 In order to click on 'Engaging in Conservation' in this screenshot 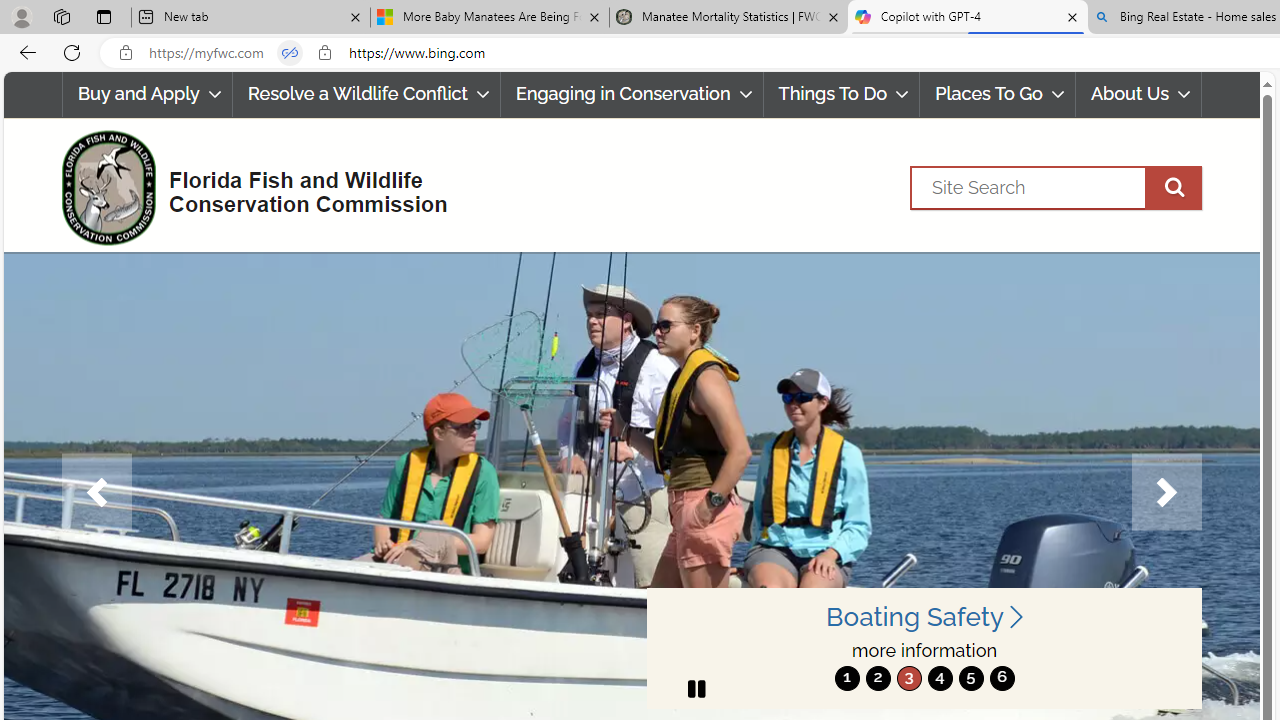, I will do `click(631, 94)`.